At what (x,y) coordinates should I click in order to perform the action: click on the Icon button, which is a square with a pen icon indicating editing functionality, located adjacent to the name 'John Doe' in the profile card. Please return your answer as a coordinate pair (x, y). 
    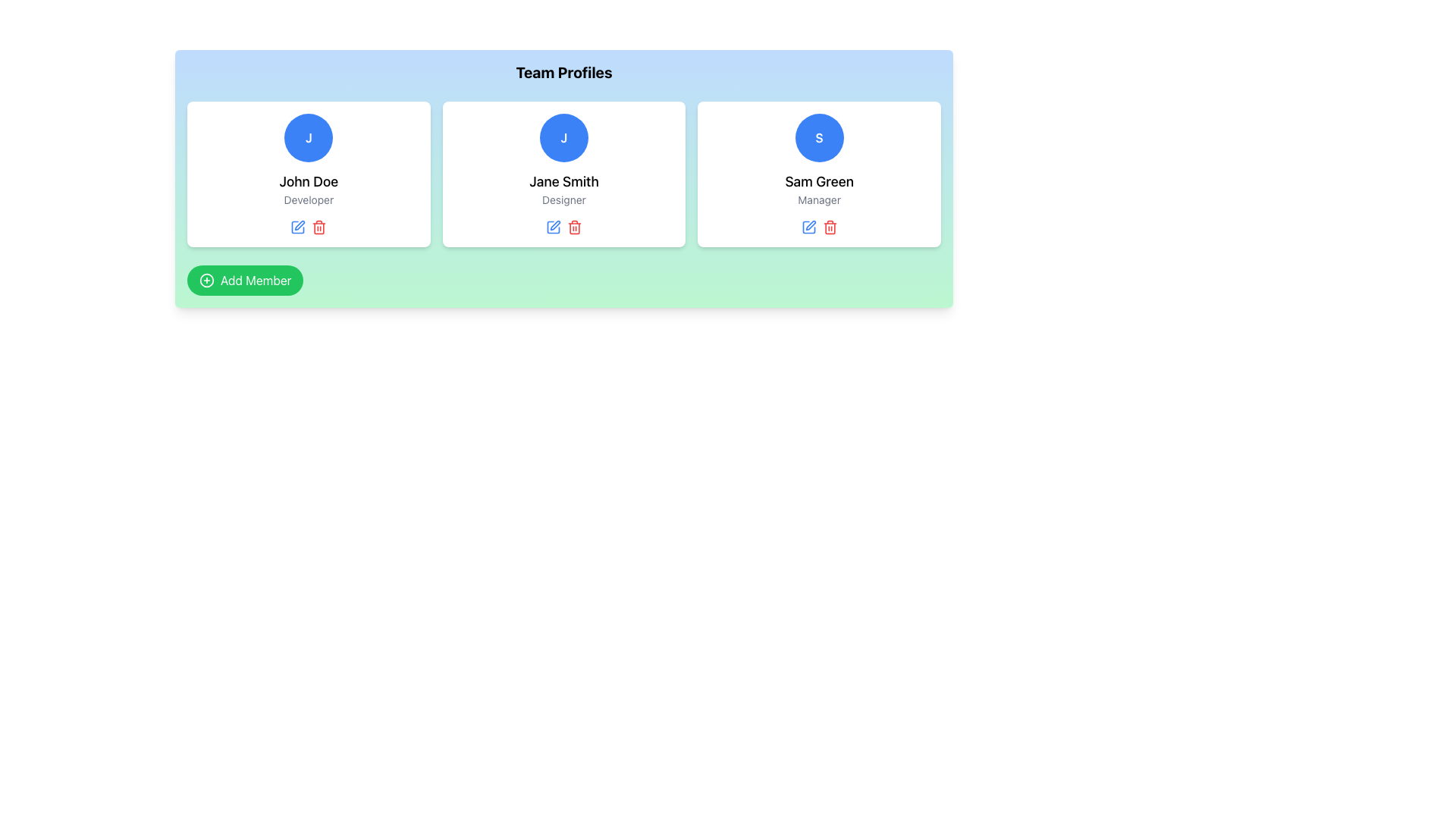
    Looking at the image, I should click on (298, 227).